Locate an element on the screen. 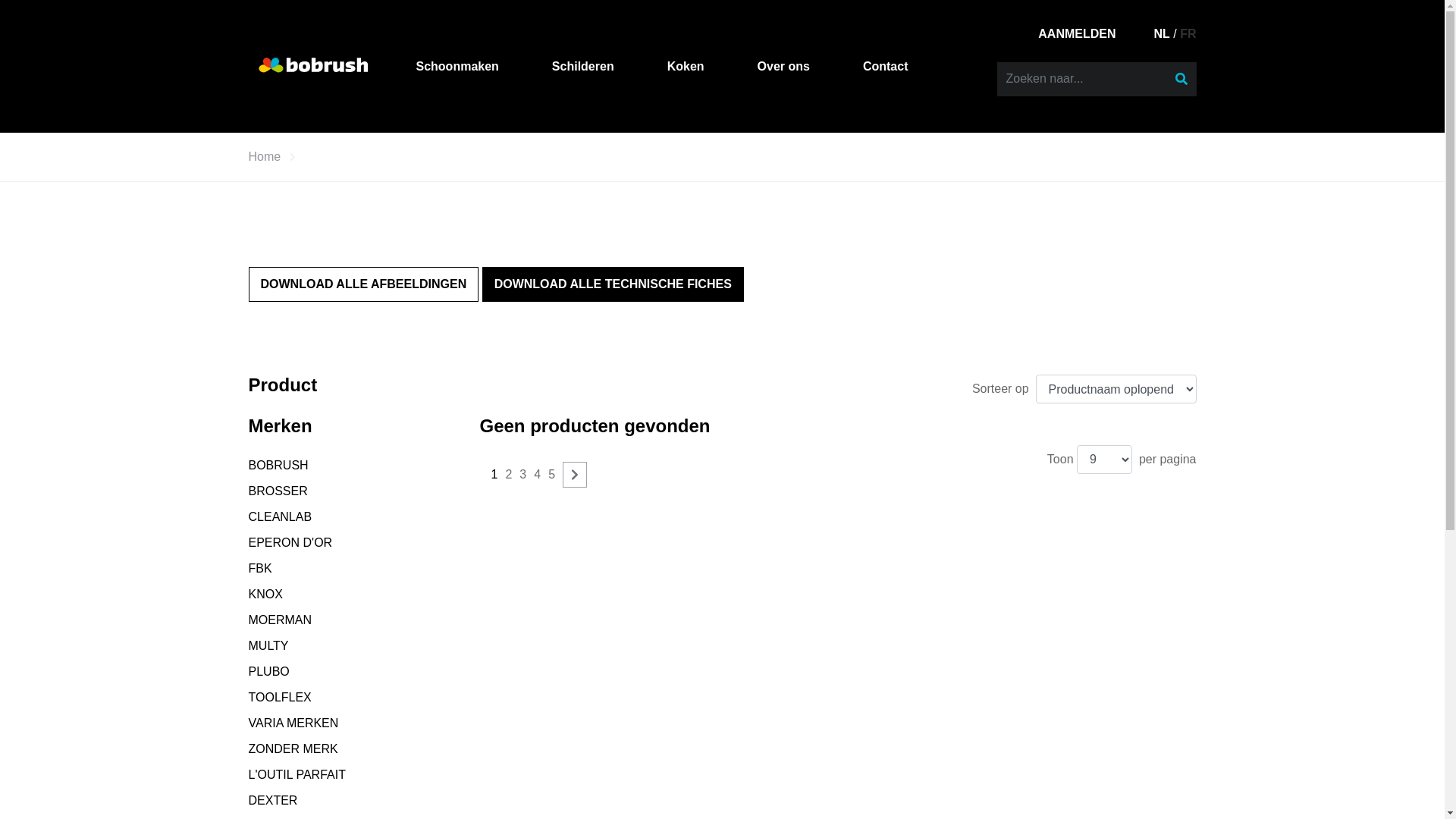 The width and height of the screenshot is (1456, 819). 'MULTY' is located at coordinates (268, 646).